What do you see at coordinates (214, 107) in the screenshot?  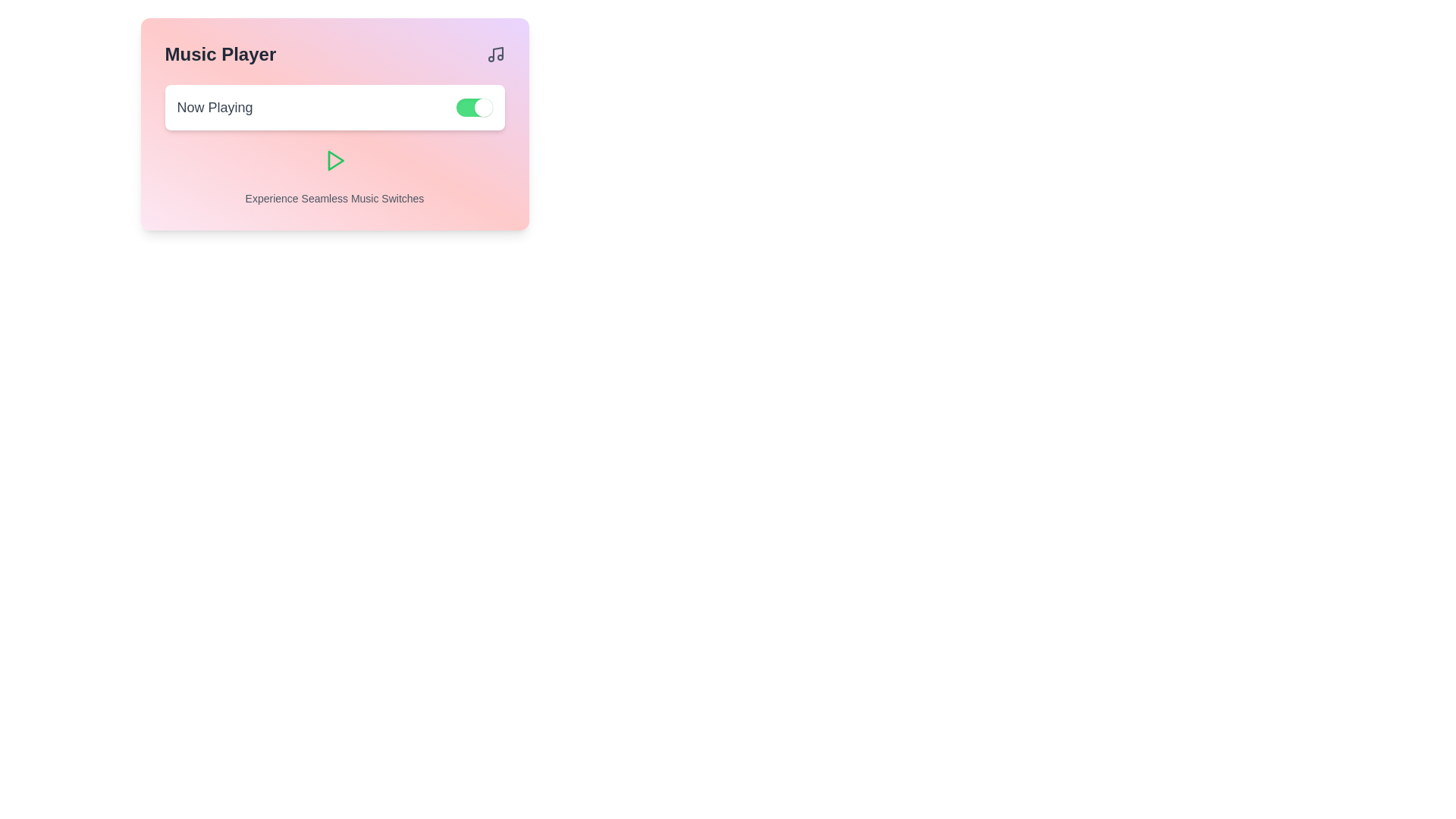 I see `the text label indicating the current status in the music player, positioned inside a rectangular card interface on the left side adjacent to a toggle switch` at bounding box center [214, 107].